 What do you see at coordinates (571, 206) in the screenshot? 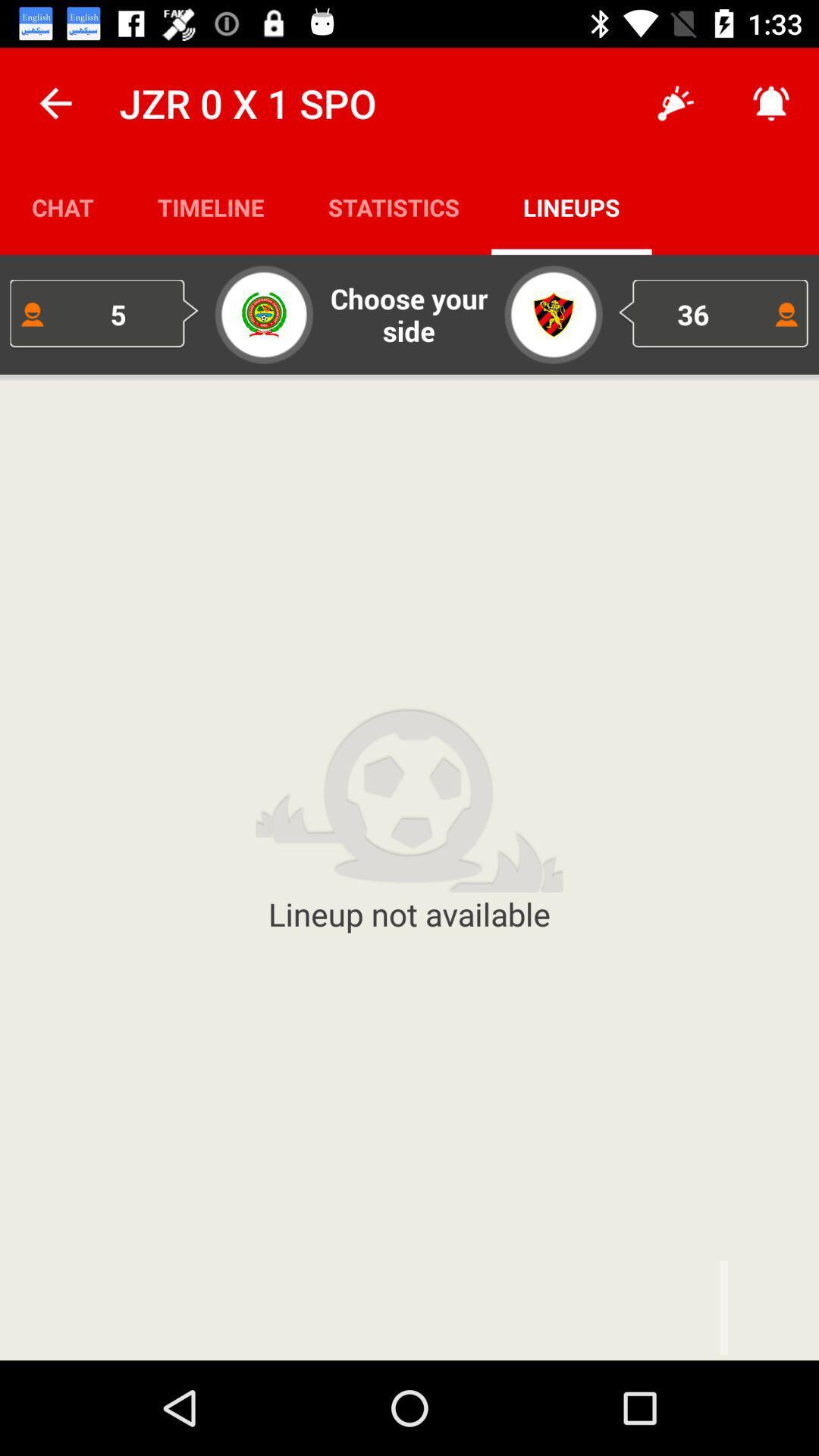
I see `the icon next to statistics` at bounding box center [571, 206].